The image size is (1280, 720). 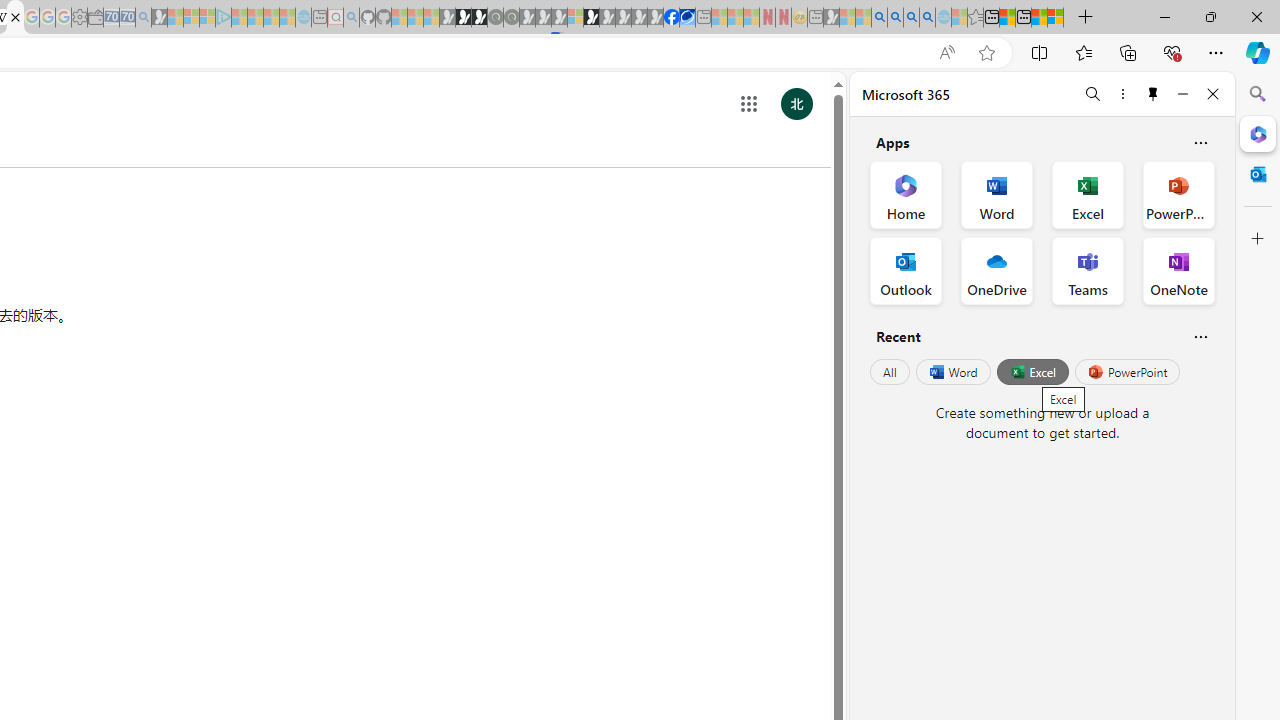 What do you see at coordinates (831, 17) in the screenshot?
I see `'MSN - Sleeping'` at bounding box center [831, 17].